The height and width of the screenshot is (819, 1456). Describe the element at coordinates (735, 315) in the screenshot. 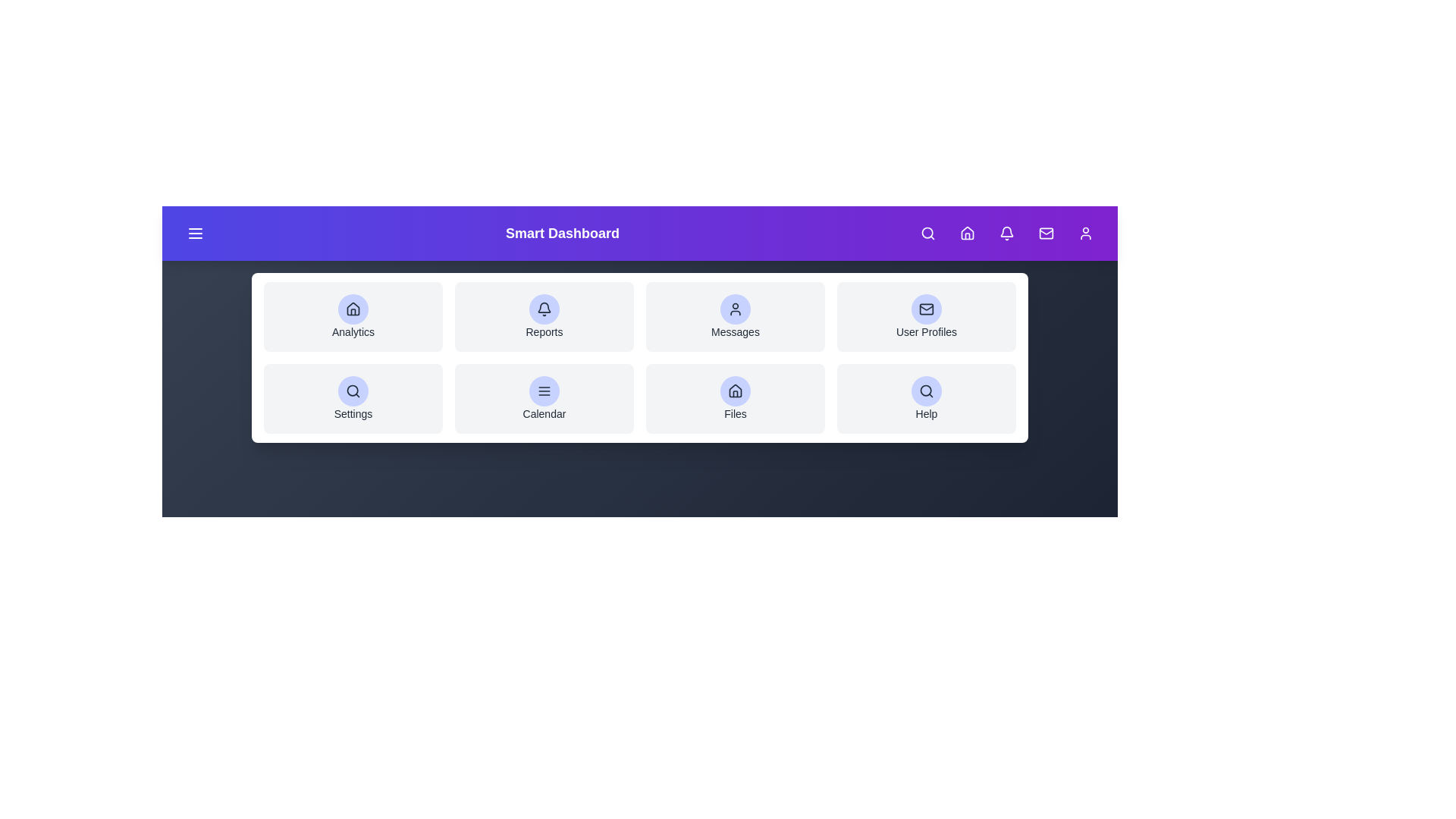

I see `the element labeled Messages to observe its hover effect` at that location.